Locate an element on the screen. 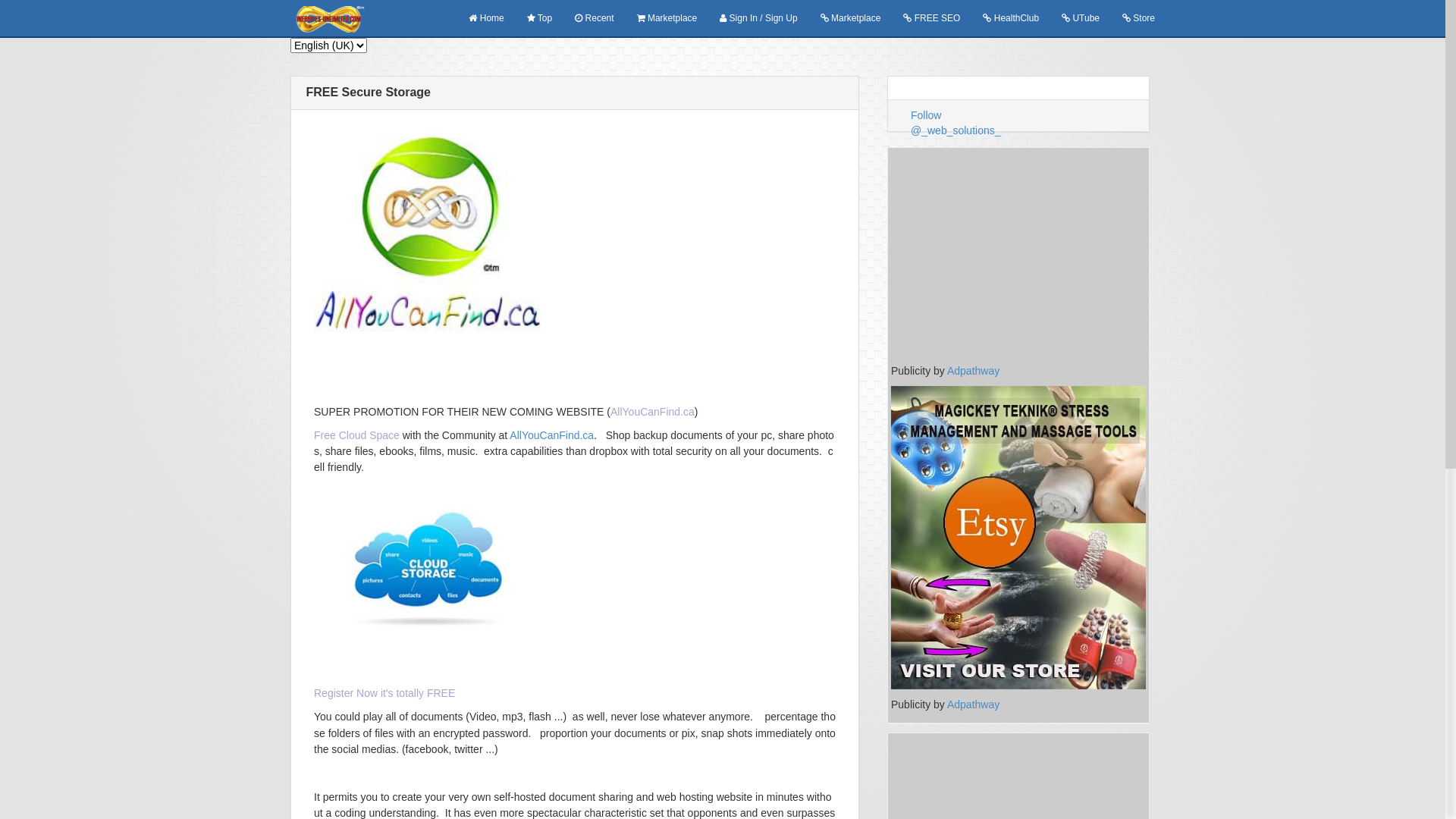 The width and height of the screenshot is (1456, 819). 'Home' is located at coordinates (486, 17).